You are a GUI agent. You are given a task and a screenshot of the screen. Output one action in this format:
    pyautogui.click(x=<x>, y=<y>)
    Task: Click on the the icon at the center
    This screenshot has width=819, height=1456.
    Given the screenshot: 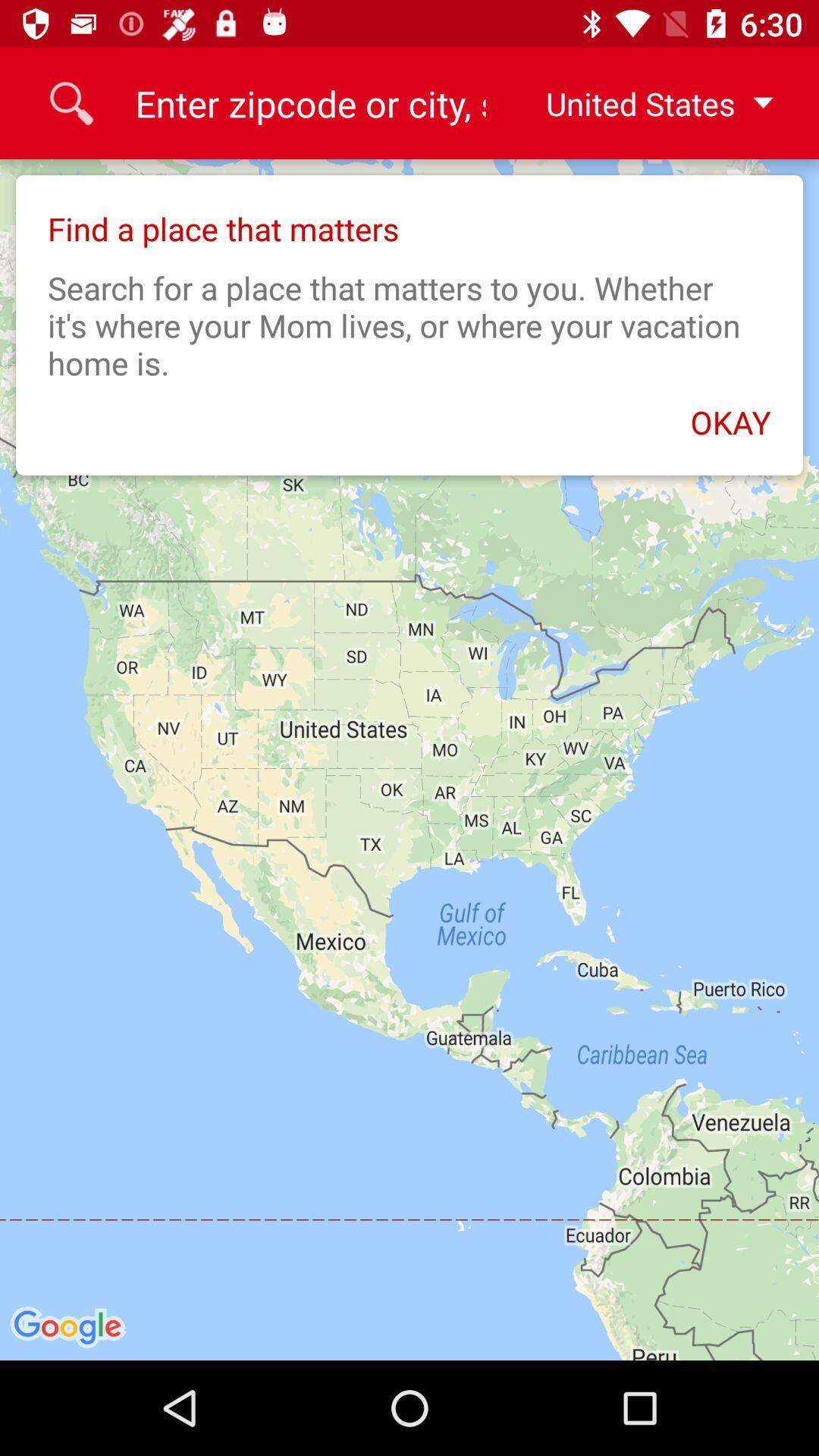 What is the action you would take?
    pyautogui.click(x=409, y=760)
    